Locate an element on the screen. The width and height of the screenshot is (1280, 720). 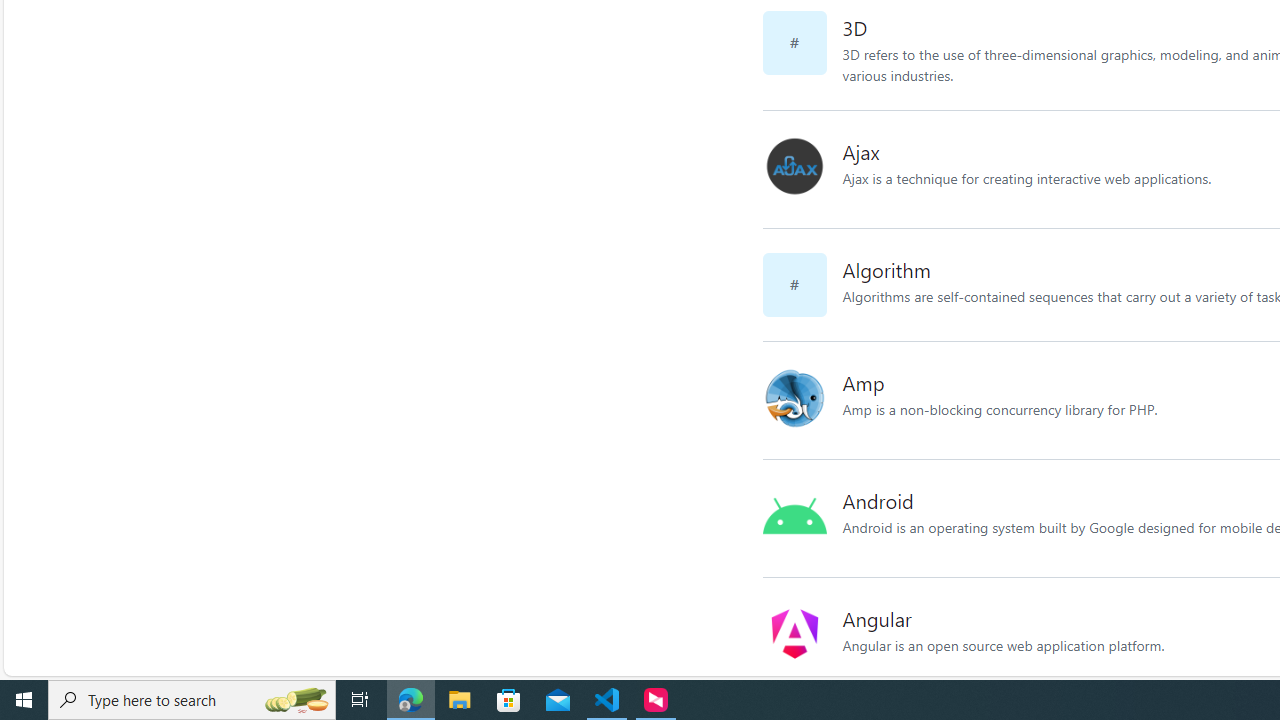
'ajax' is located at coordinates (802, 168).